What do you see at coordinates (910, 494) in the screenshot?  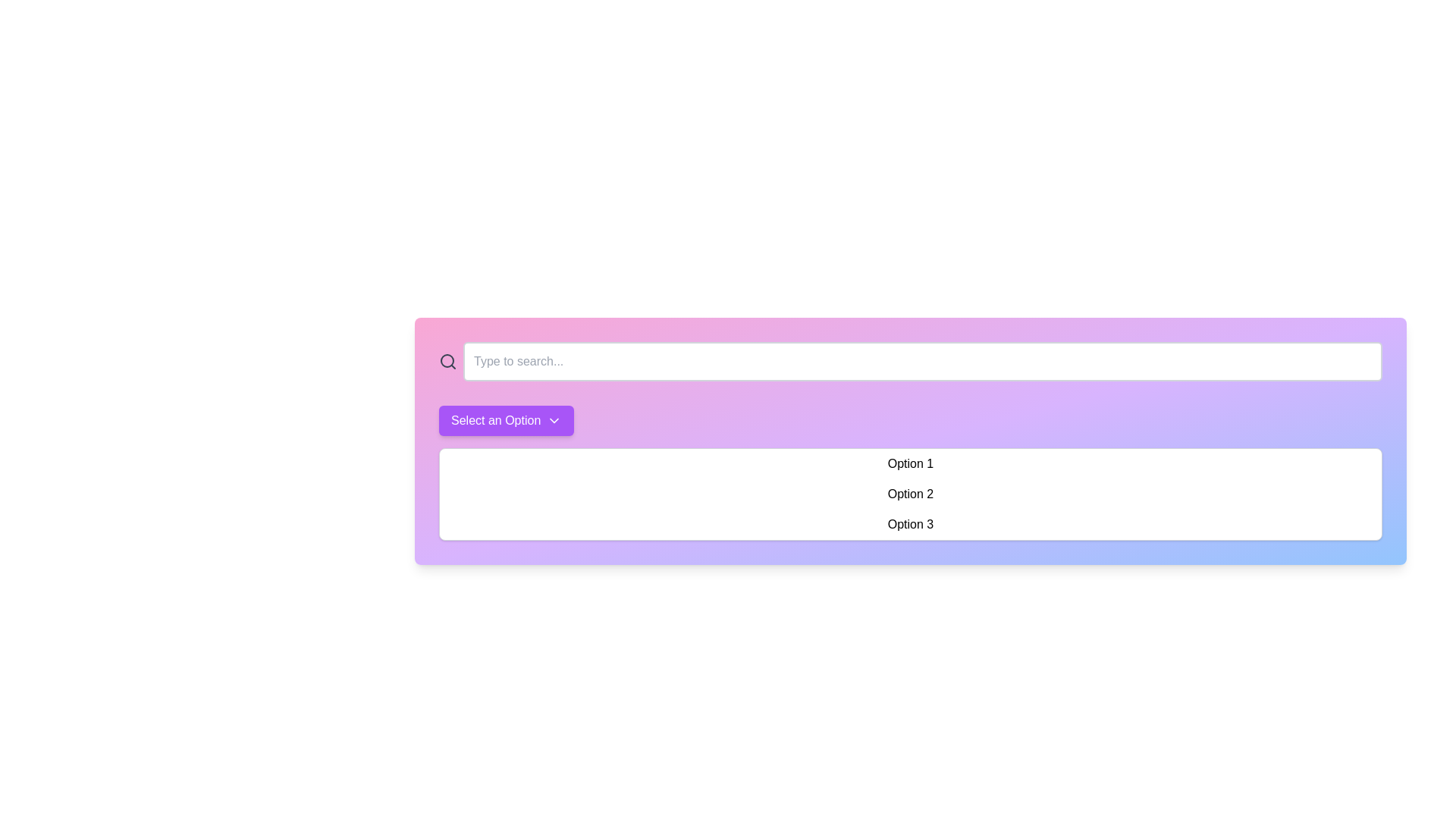 I see `the second item in the vertical list of options, labeled 'Option 2'` at bounding box center [910, 494].